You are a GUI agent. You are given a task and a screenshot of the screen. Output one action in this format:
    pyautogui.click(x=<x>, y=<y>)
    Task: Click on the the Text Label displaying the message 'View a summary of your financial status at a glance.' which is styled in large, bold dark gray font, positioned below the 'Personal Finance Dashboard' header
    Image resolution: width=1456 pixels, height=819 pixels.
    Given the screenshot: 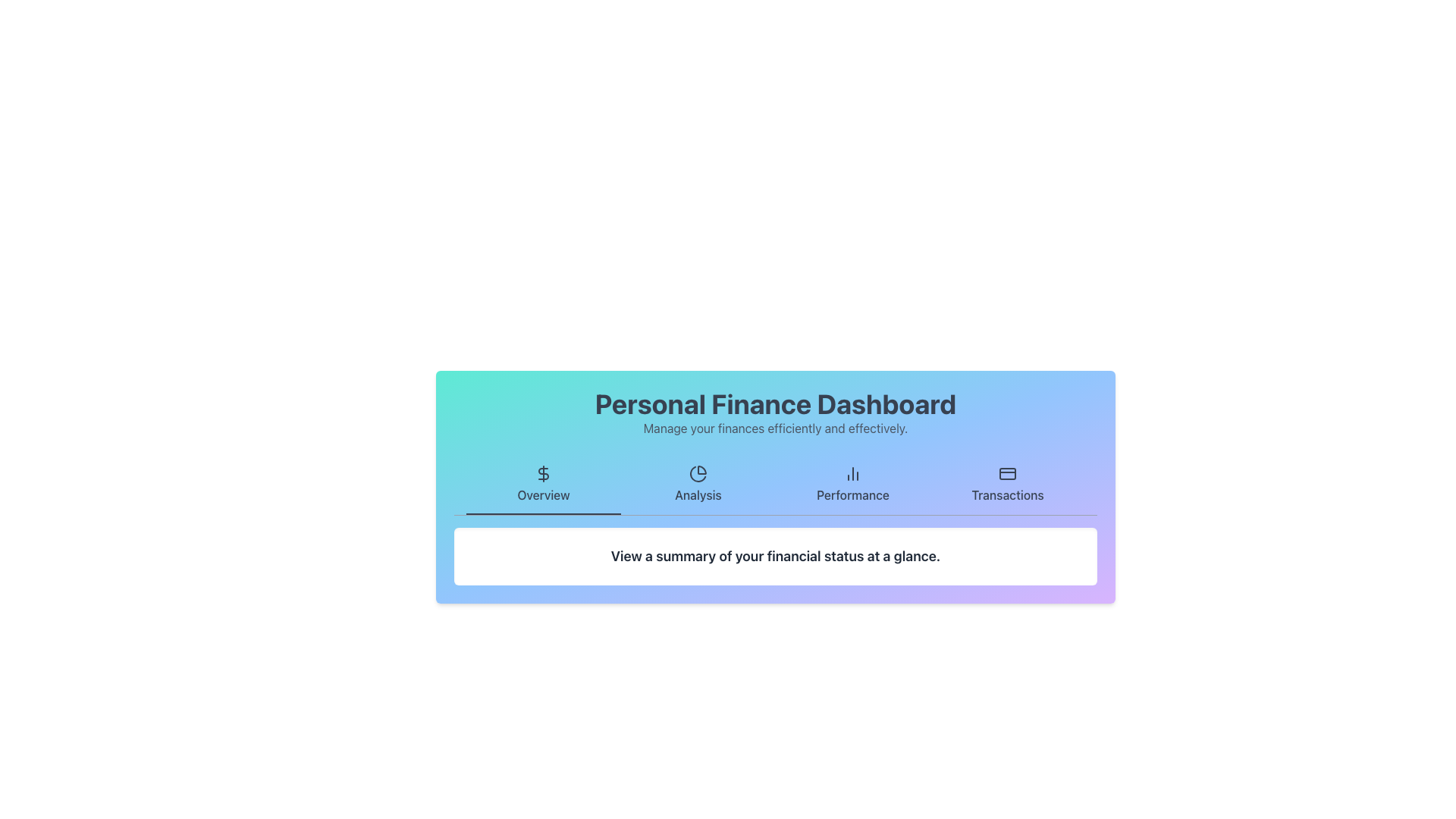 What is the action you would take?
    pyautogui.click(x=775, y=556)
    